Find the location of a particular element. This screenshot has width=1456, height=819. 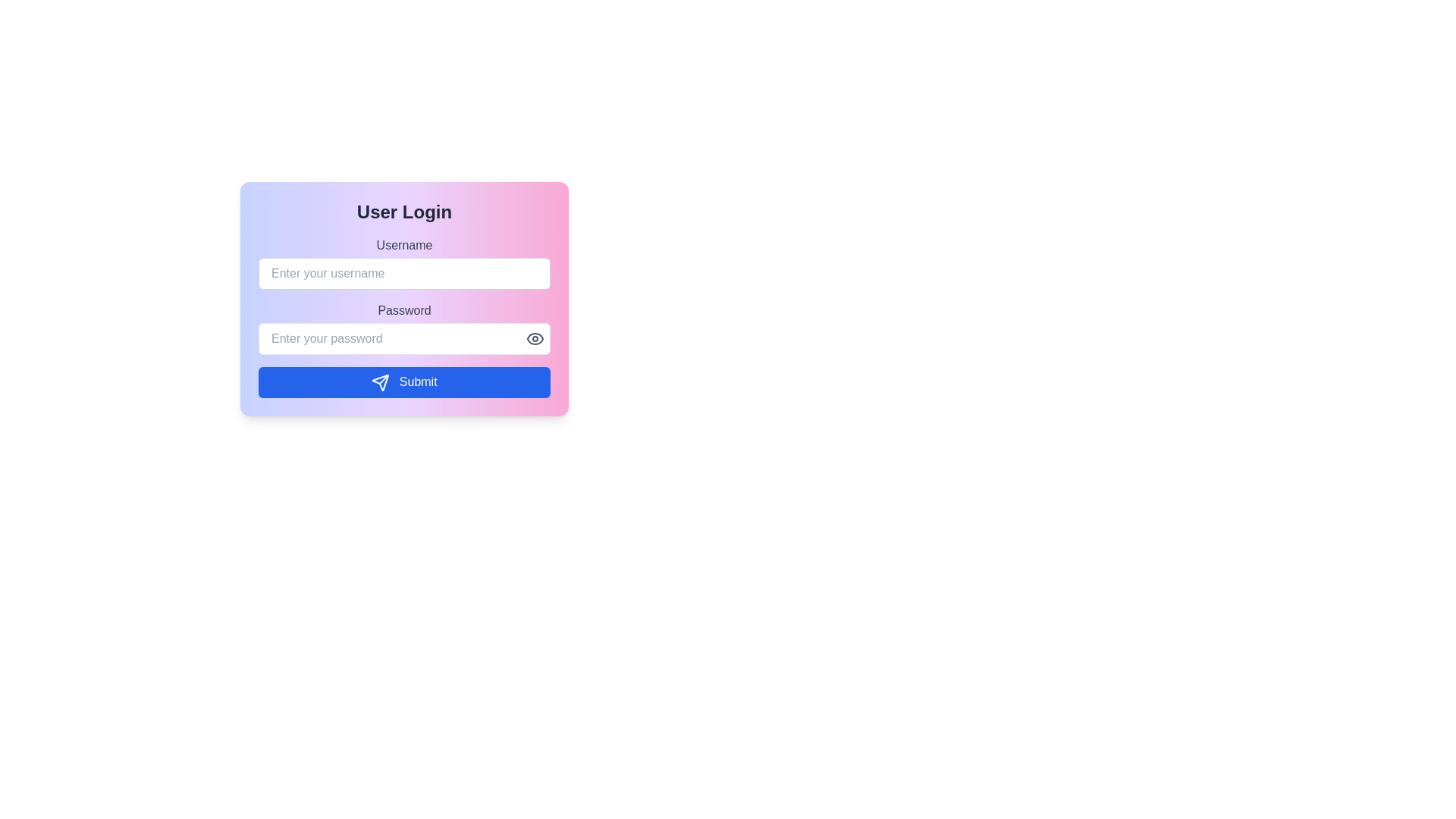

the 'Submit' button by clicking on the icon to trigger the submit action for the login form is located at coordinates (381, 381).